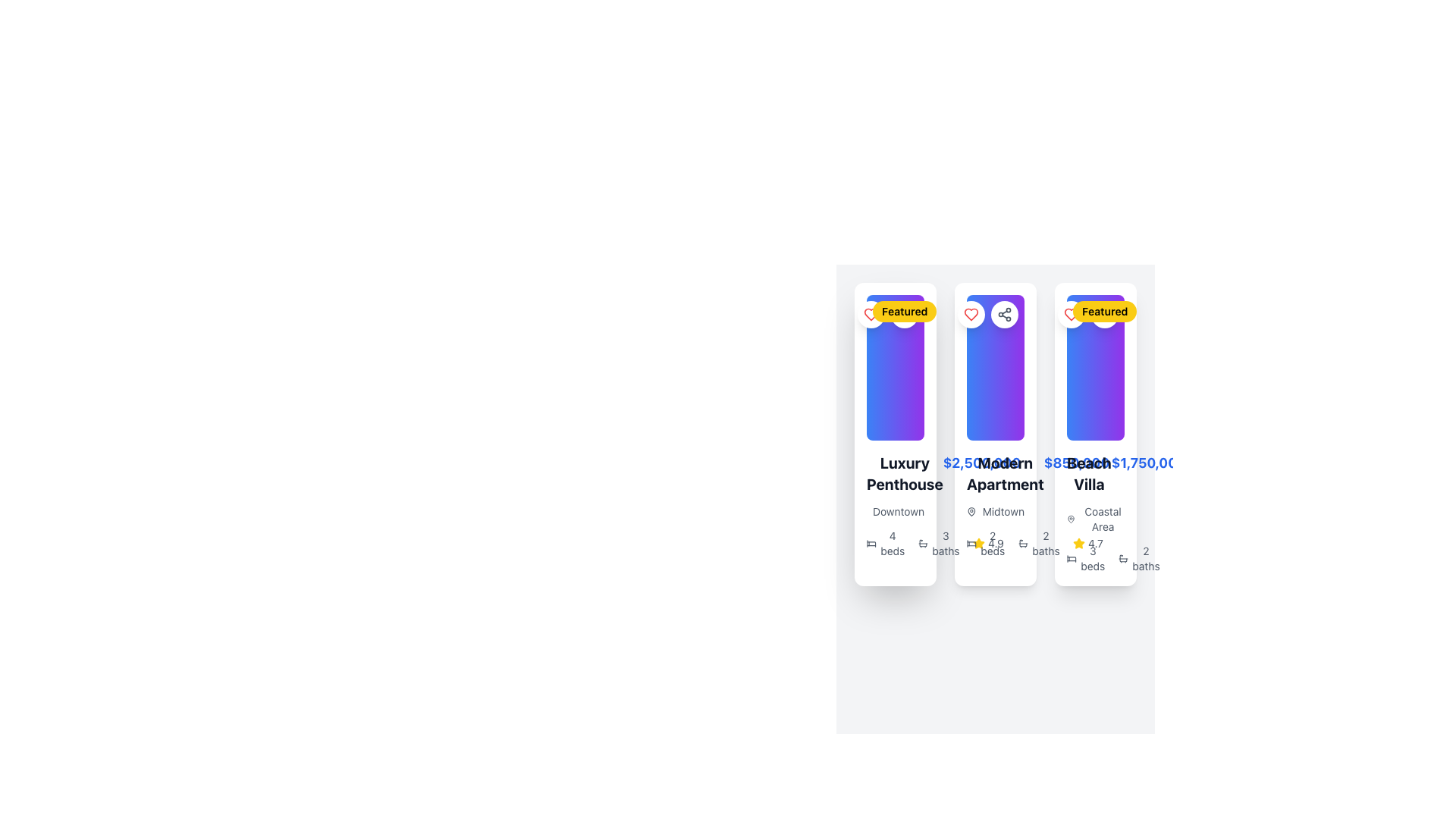  Describe the element at coordinates (1095, 558) in the screenshot. I see `the '3 beds' label with a bed icon located at the bottom left of the 'Beach Villa' card, under the 'Coastal Area' label` at that location.